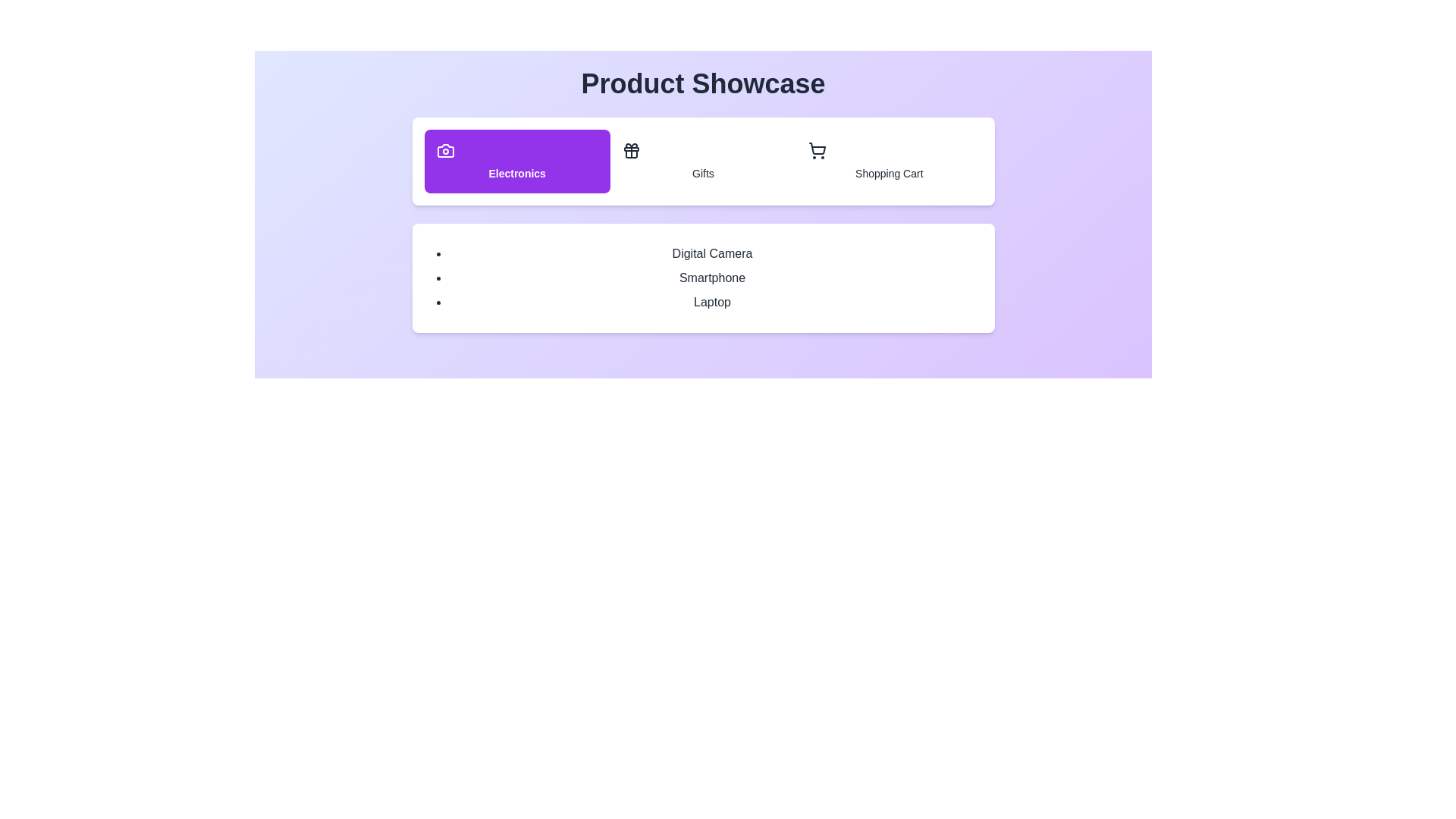  What do you see at coordinates (702, 278) in the screenshot?
I see `the vertical list item in the product categories card, which includes 'Digital Camera', 'Smartphone', and 'Laptop', for navigation or interaction` at bounding box center [702, 278].